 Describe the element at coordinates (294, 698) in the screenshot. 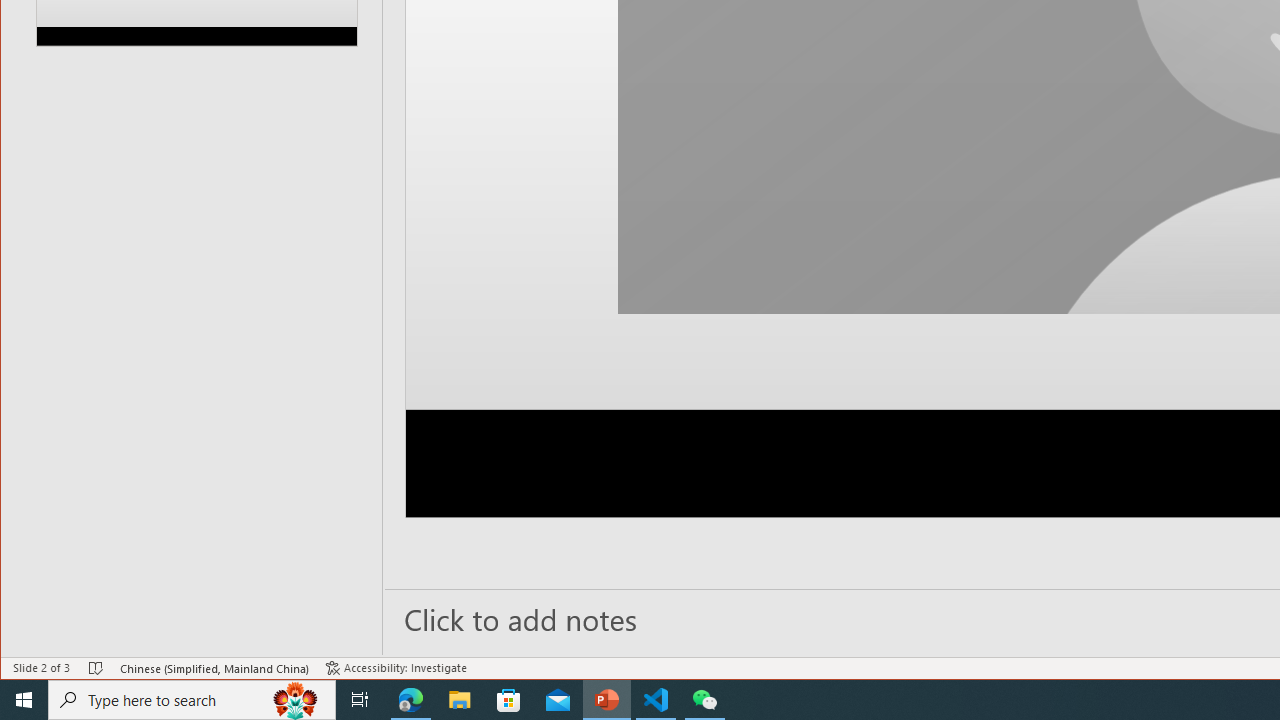

I see `'Search highlights icon opens search home window'` at that location.